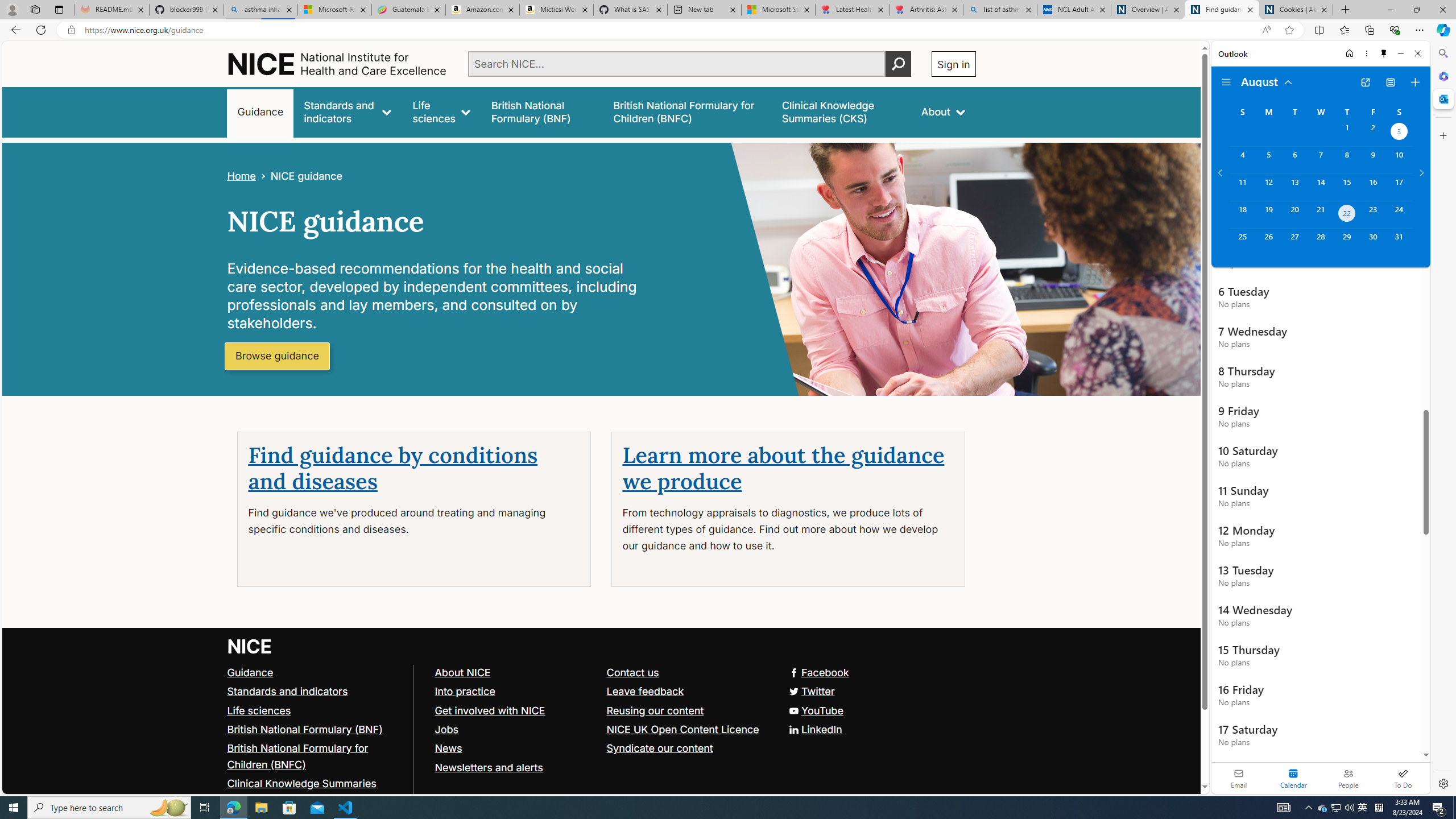 This screenshot has width=1456, height=819. Describe the element at coordinates (632, 671) in the screenshot. I see `'Contact us'` at that location.